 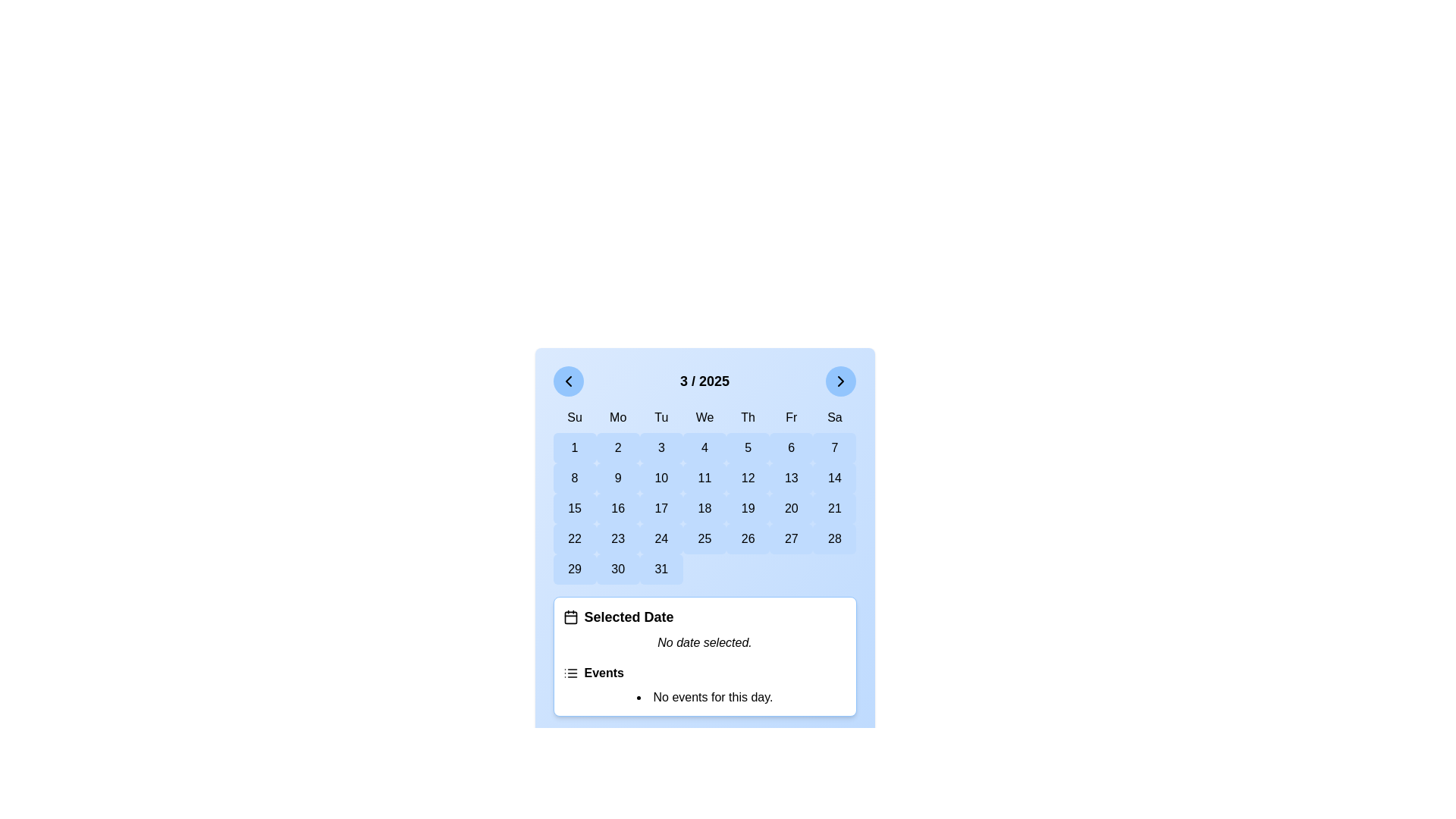 What do you see at coordinates (661, 479) in the screenshot?
I see `the calendar date cell with the number '10' located under 'Tu' in the monthly calendar view` at bounding box center [661, 479].